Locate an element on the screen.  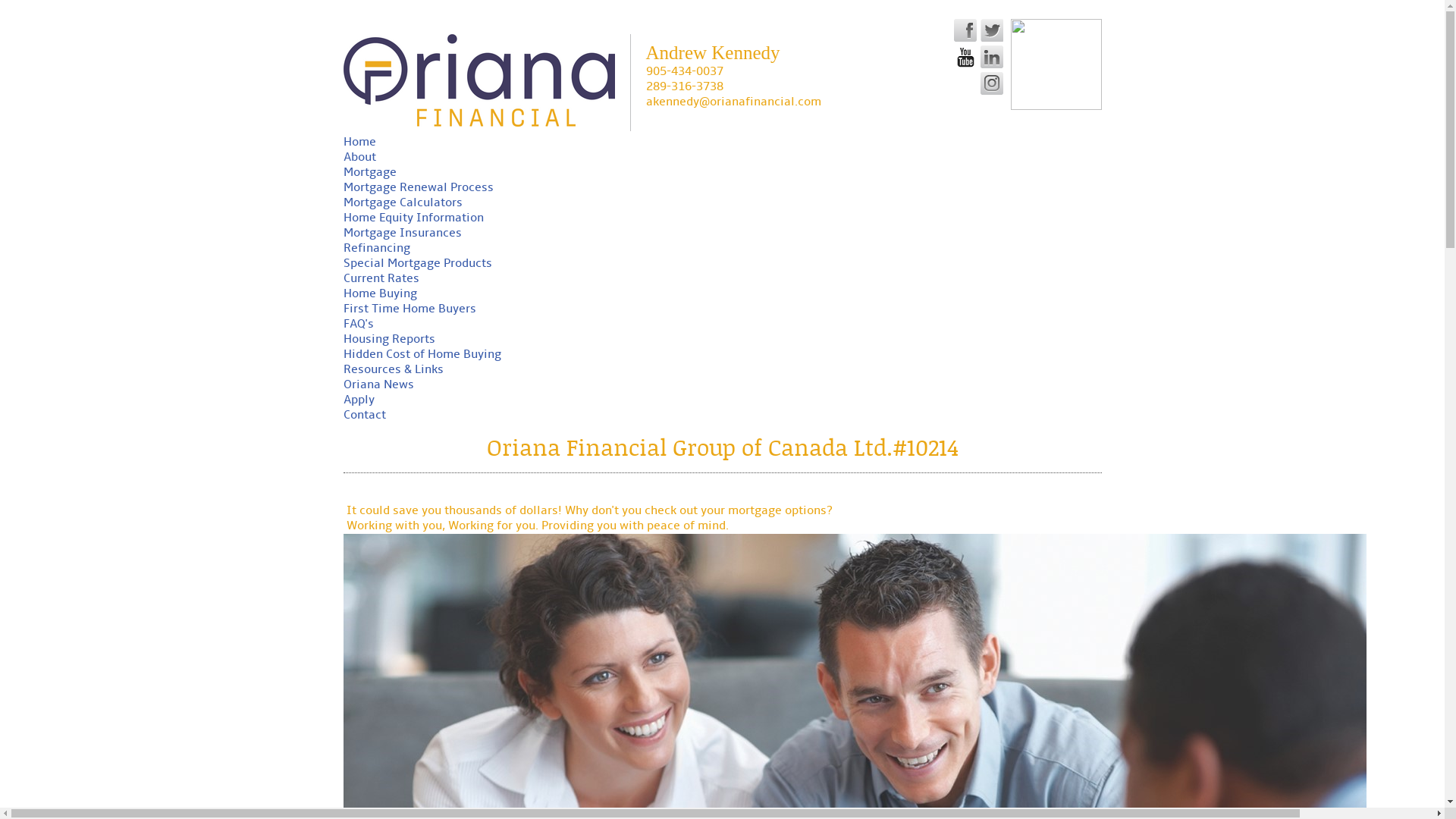
'Housing Reports' is located at coordinates (388, 338).